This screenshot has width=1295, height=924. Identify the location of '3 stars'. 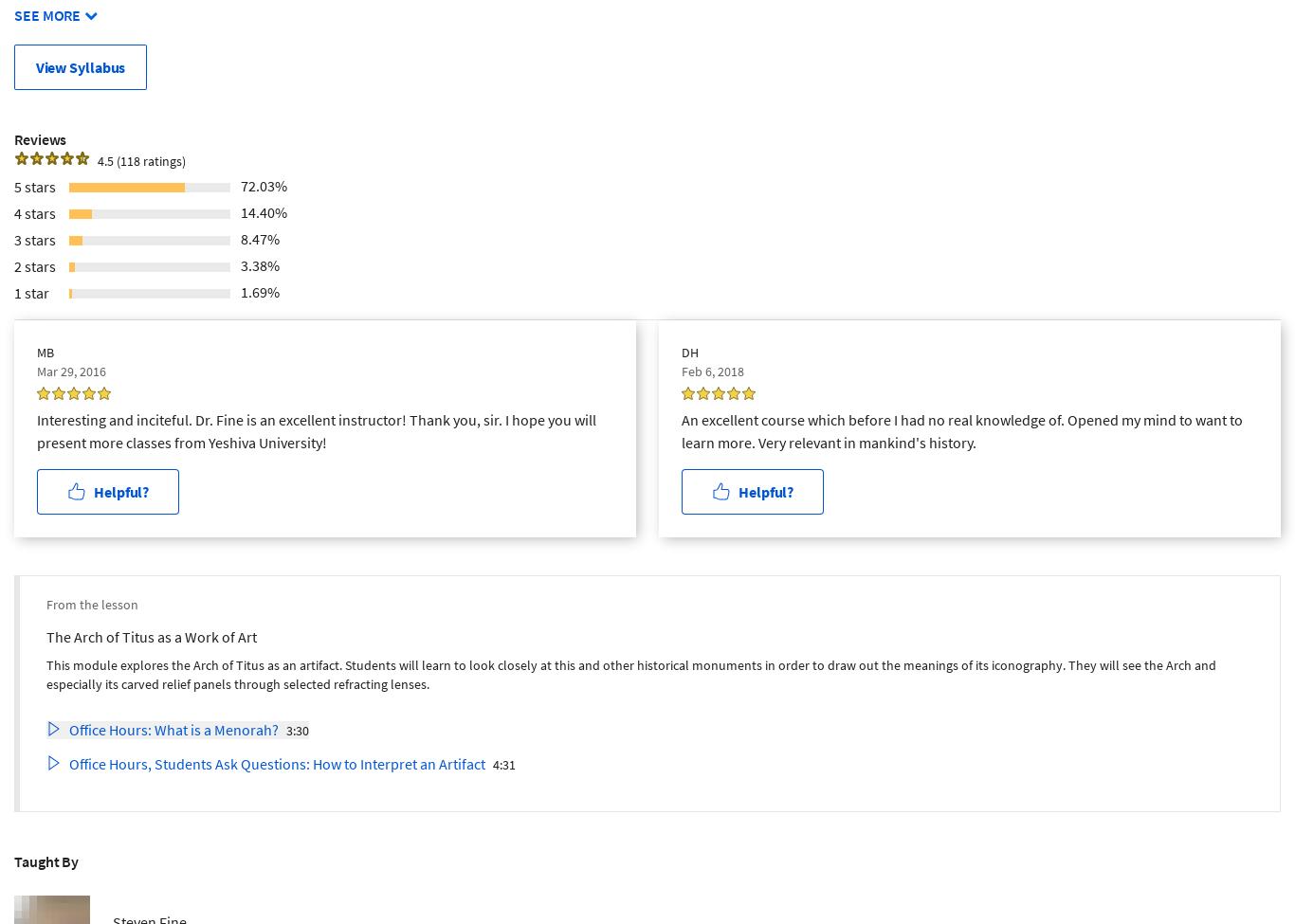
(35, 239).